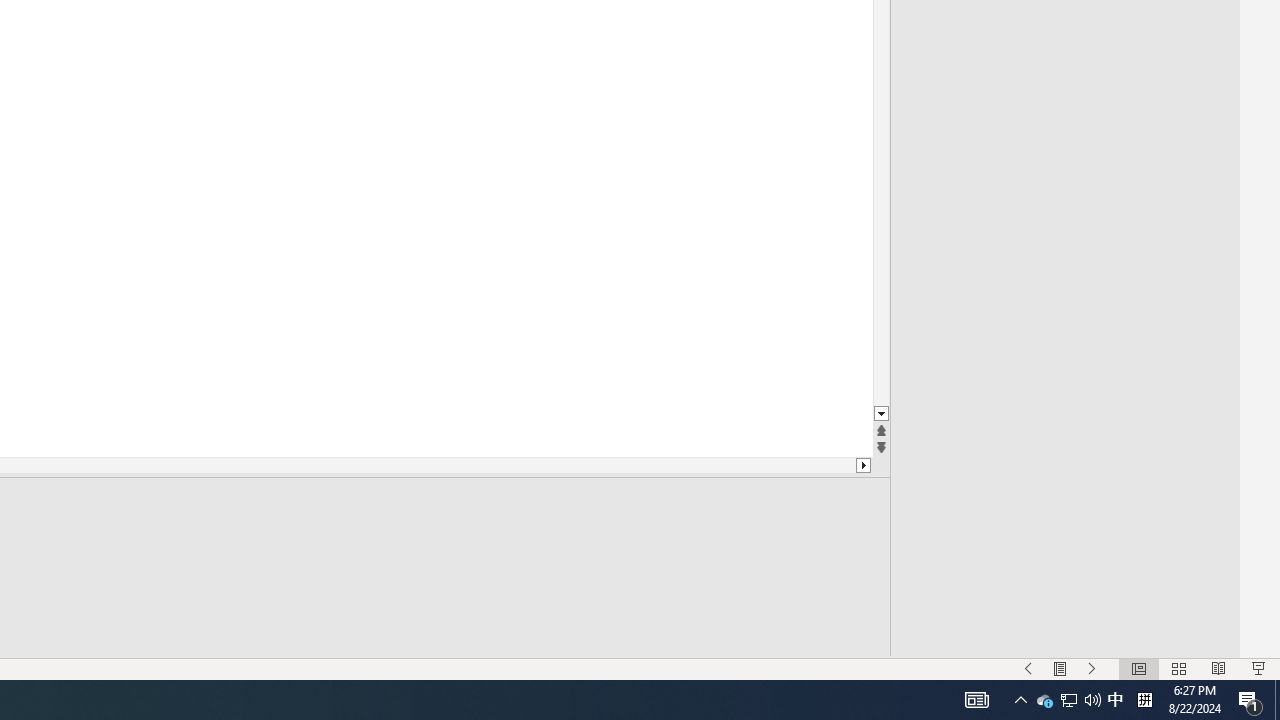  I want to click on 'Menu On', so click(1059, 669).